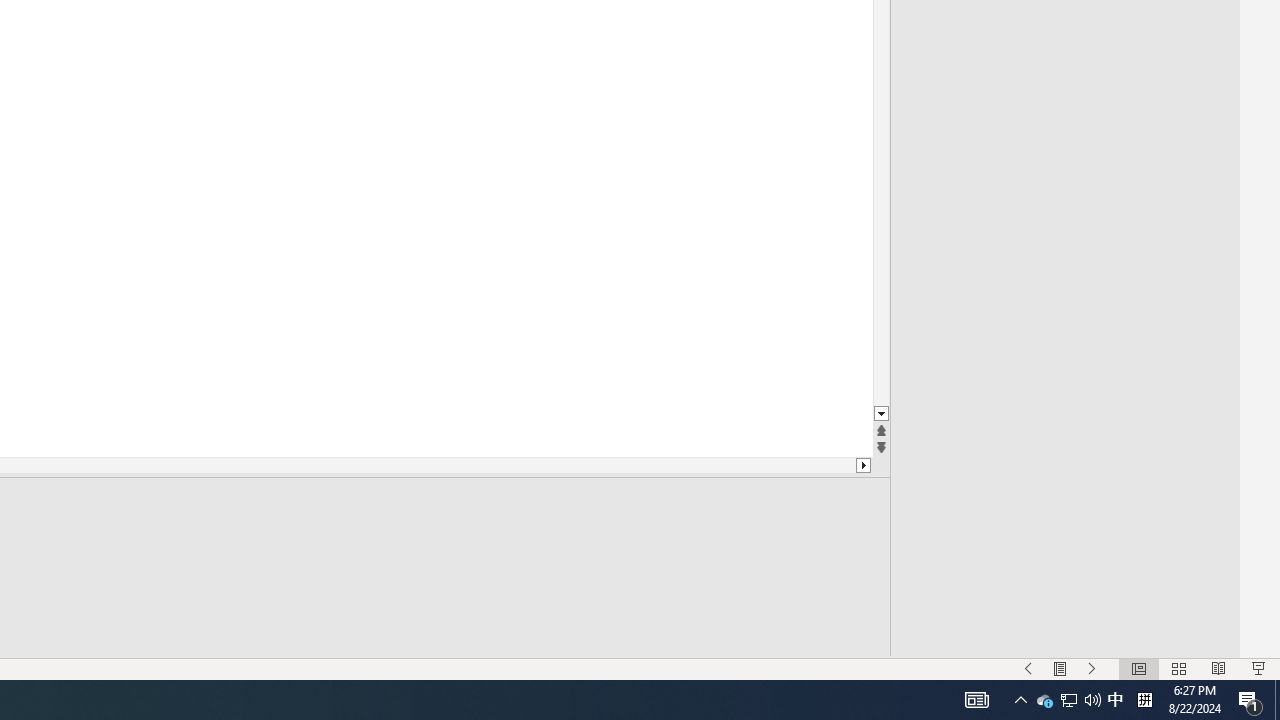  I want to click on 'Menu On', so click(1059, 669).